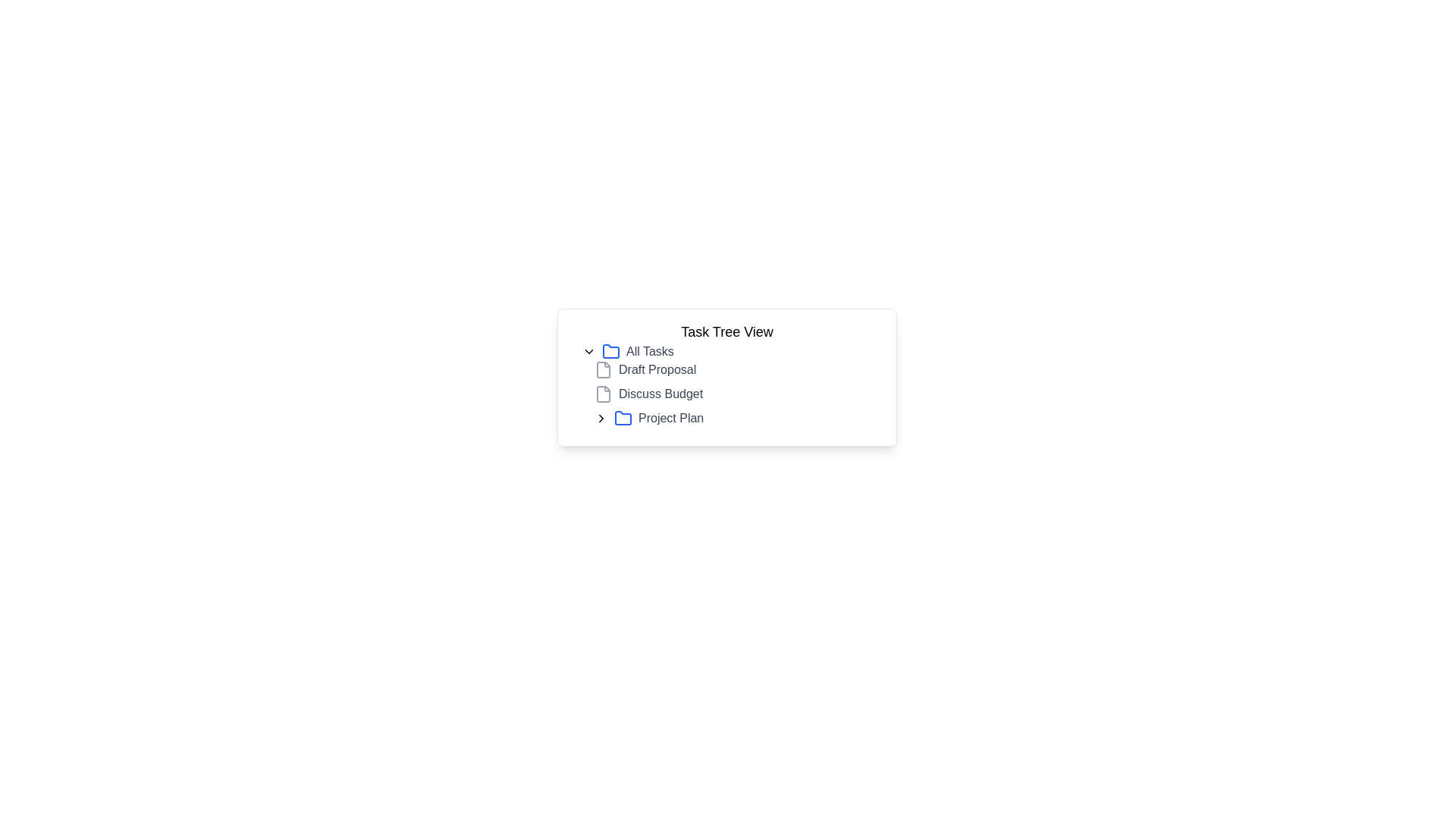 This screenshot has height=819, width=1456. Describe the element at coordinates (623, 418) in the screenshot. I see `the blue folder icon representing the task in the task hierarchy view, located next to the label 'Project Plan'` at that location.